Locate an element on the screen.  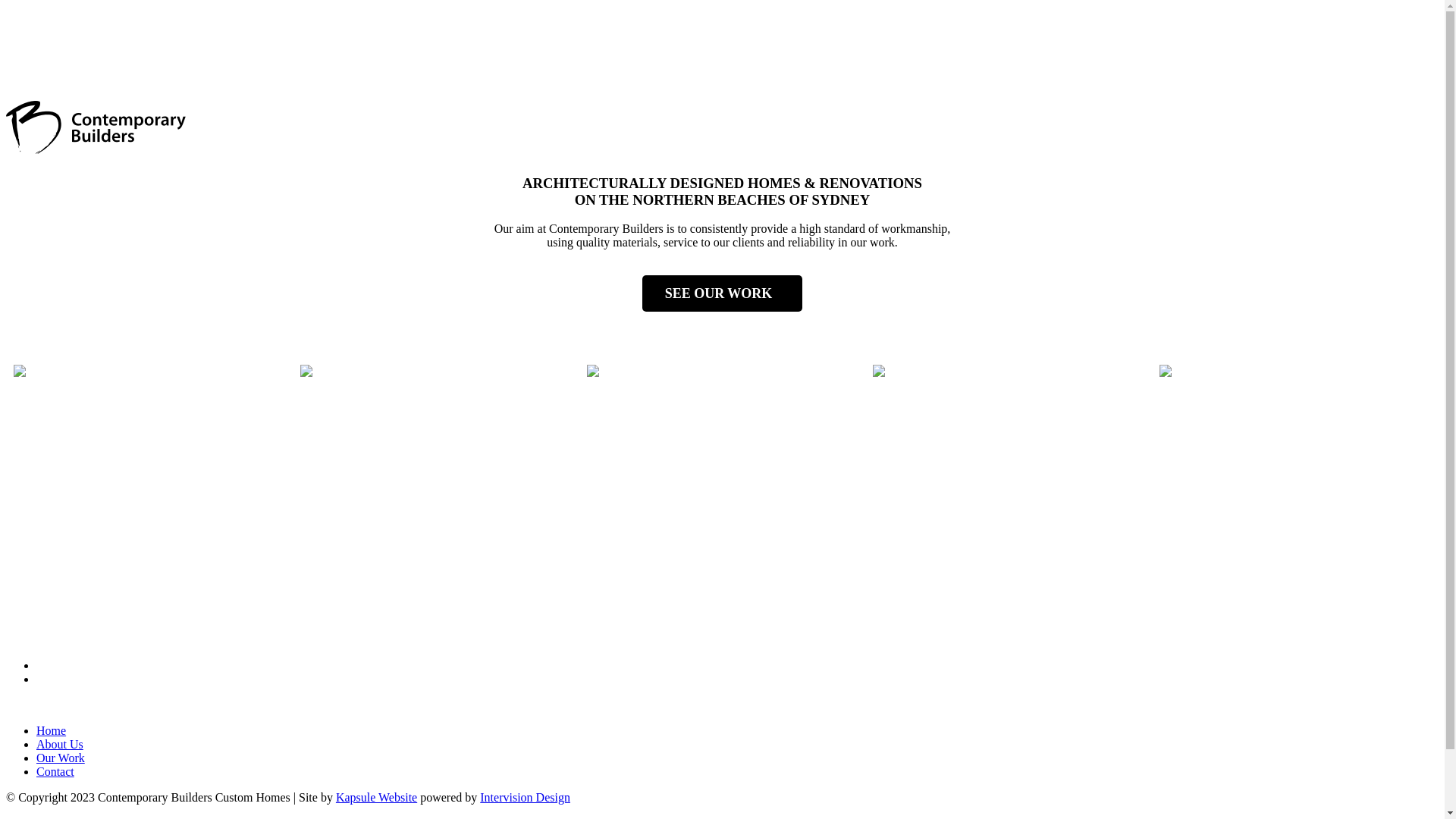
'SEE OUR WORK' is located at coordinates (722, 293).